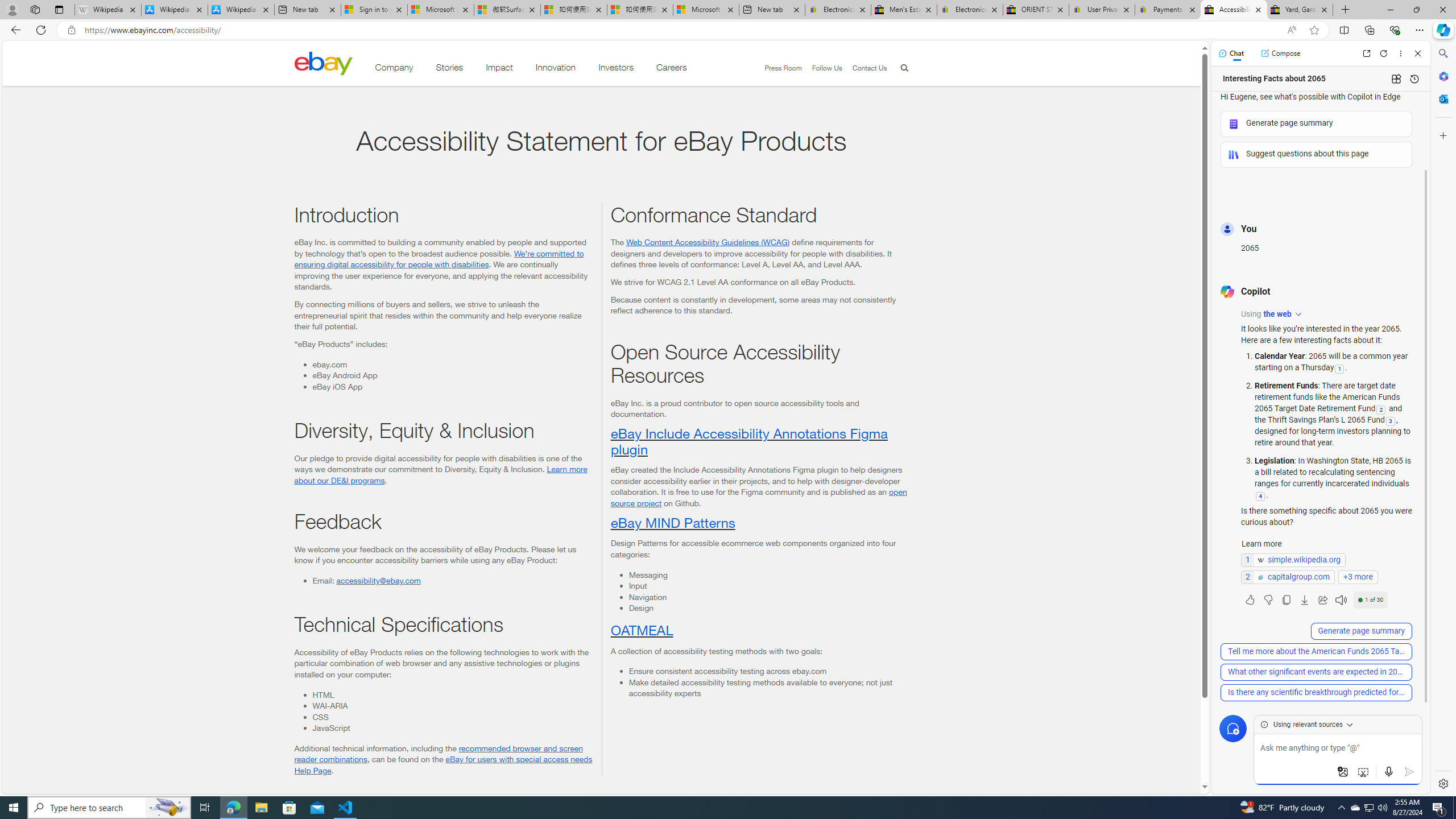  Describe the element at coordinates (394, 69) in the screenshot. I see `'Company'` at that location.